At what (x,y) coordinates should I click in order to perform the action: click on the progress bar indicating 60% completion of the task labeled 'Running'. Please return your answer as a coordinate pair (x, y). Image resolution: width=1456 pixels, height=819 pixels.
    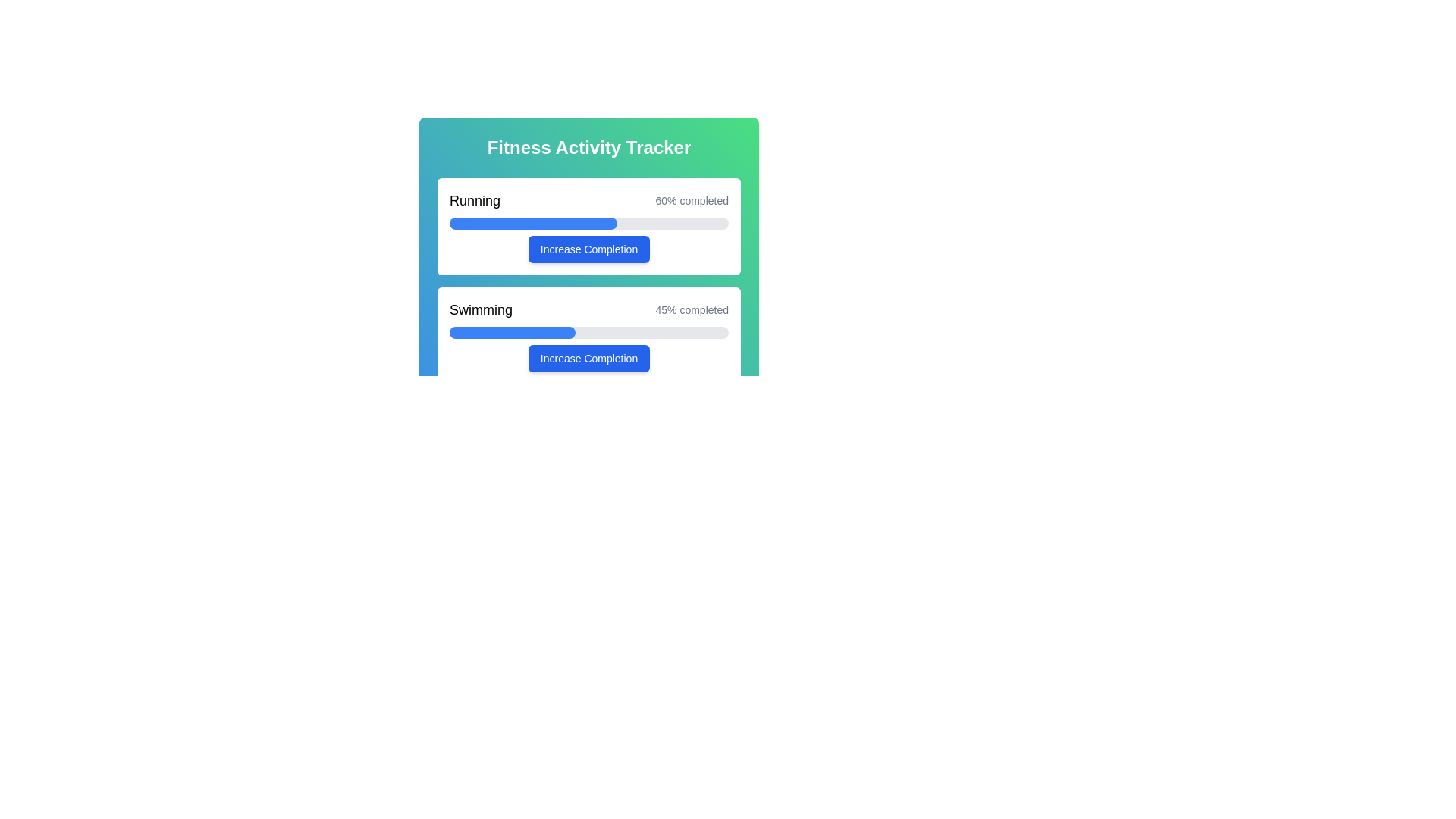
    Looking at the image, I should click on (588, 223).